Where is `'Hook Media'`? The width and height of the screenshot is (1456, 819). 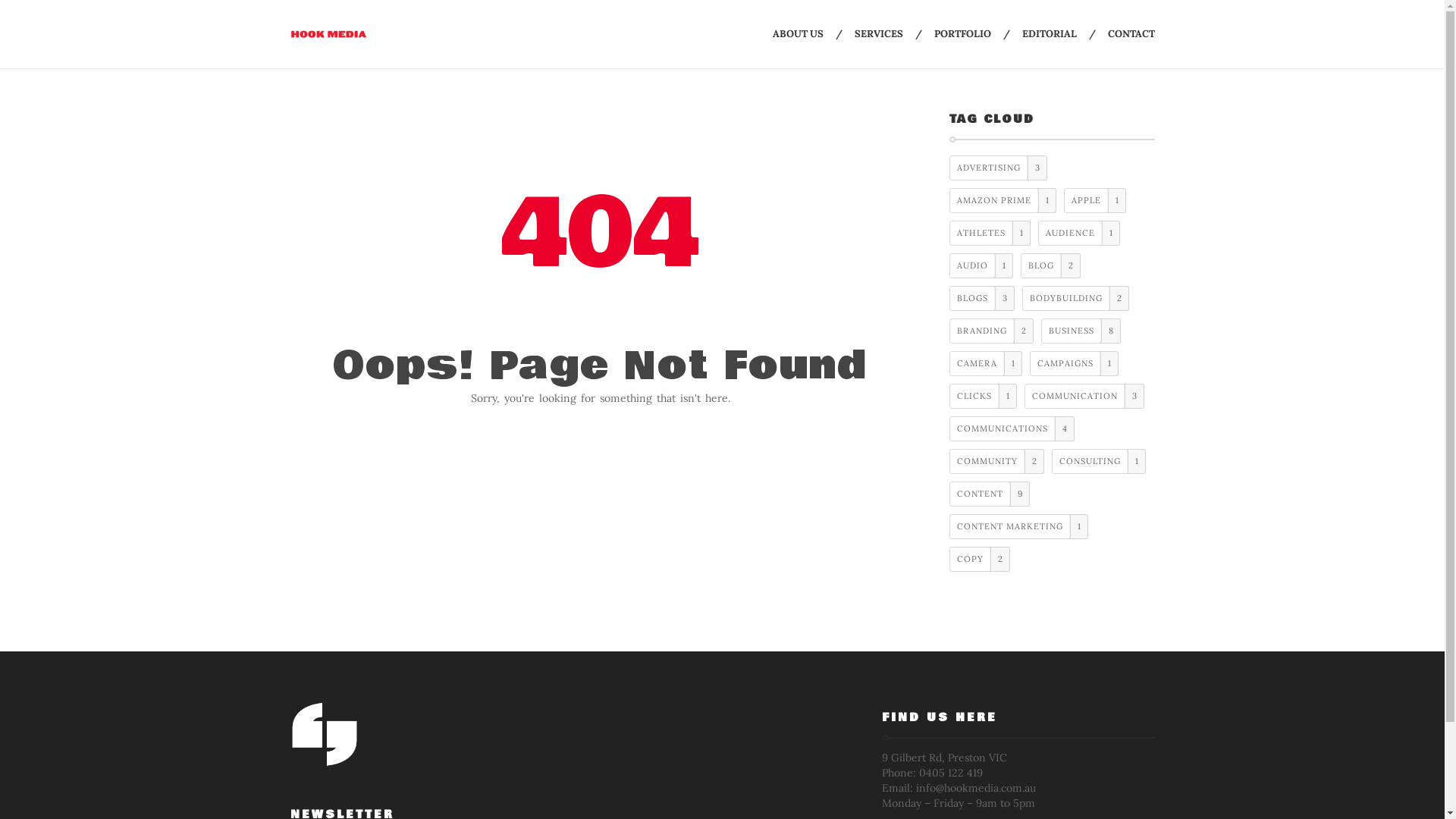 'Hook Media' is located at coordinates (327, 34).